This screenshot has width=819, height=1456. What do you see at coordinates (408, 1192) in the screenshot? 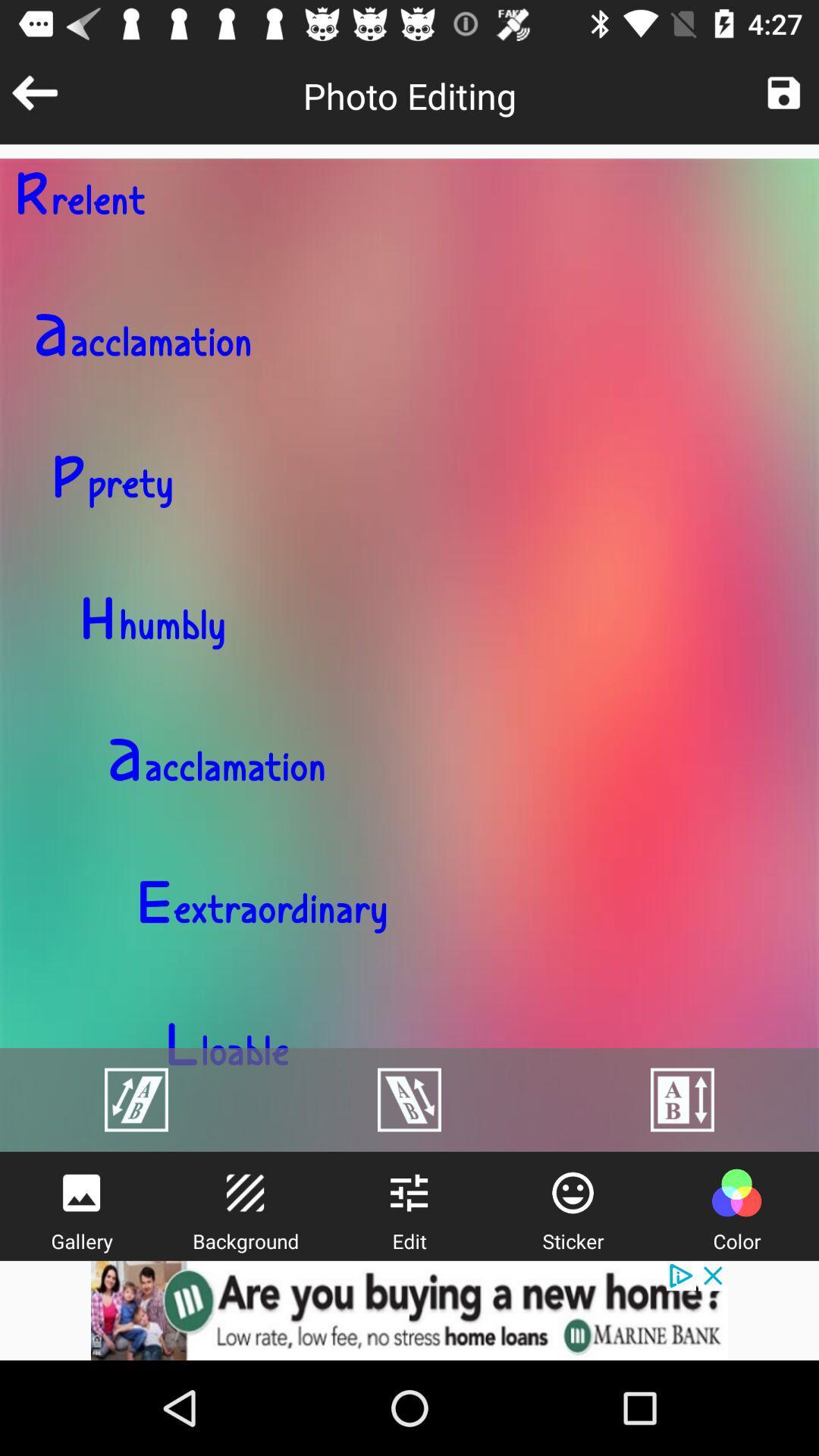
I see `edit photo` at bounding box center [408, 1192].